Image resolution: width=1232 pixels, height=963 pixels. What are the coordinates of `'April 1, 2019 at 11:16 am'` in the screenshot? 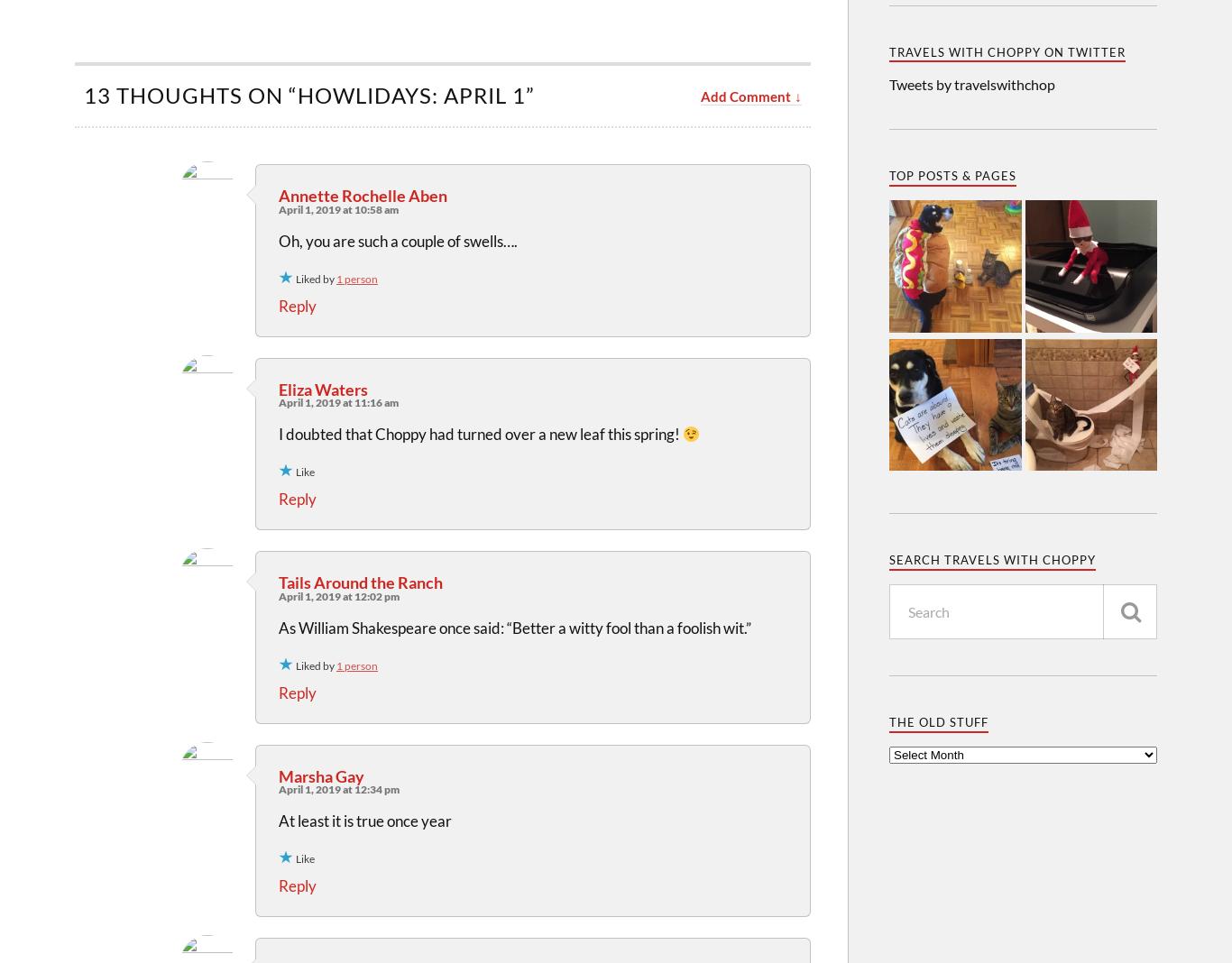 It's located at (337, 402).